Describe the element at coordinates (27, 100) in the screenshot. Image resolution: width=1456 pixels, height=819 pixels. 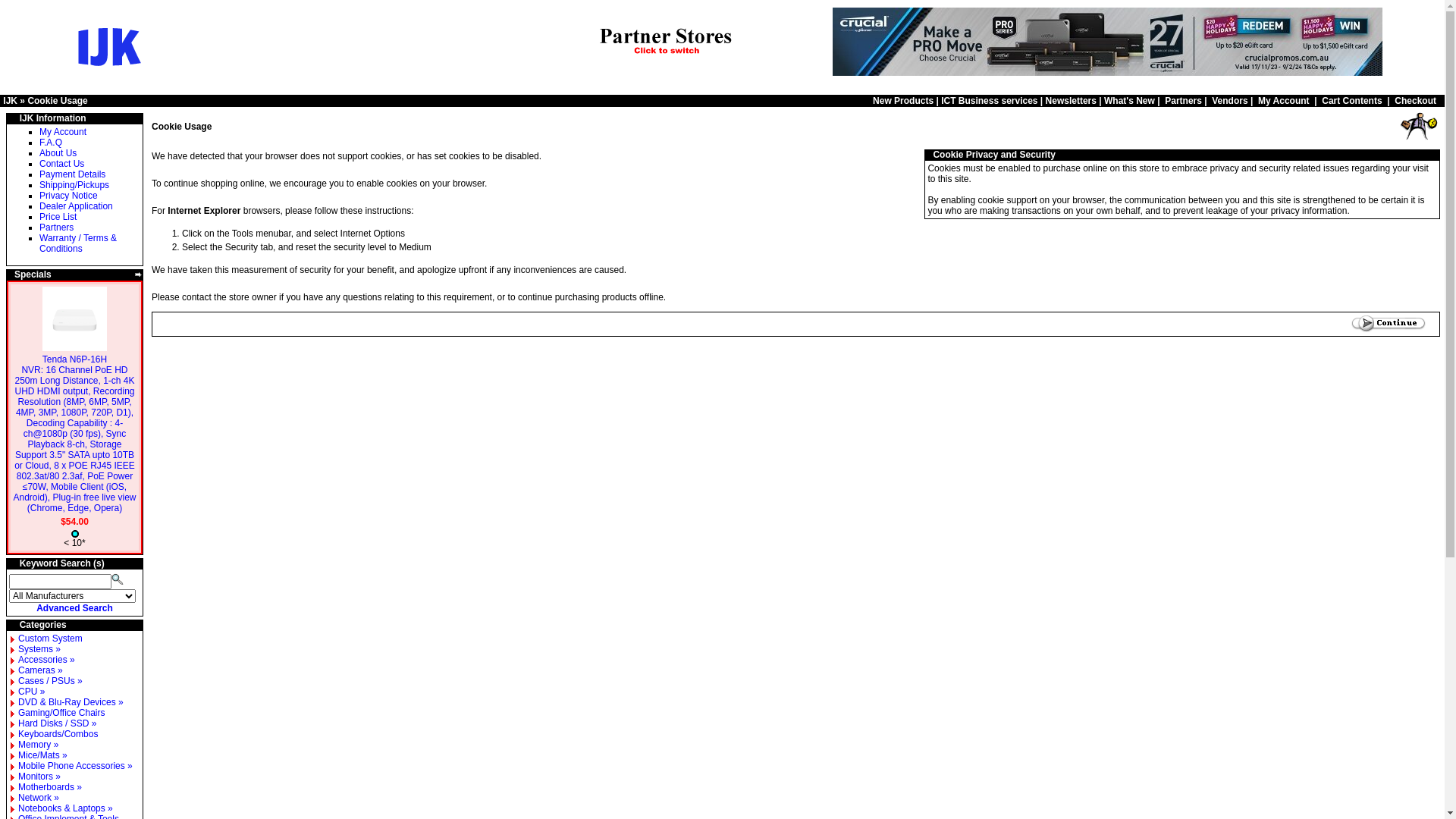
I see `'Cookie Usage'` at that location.